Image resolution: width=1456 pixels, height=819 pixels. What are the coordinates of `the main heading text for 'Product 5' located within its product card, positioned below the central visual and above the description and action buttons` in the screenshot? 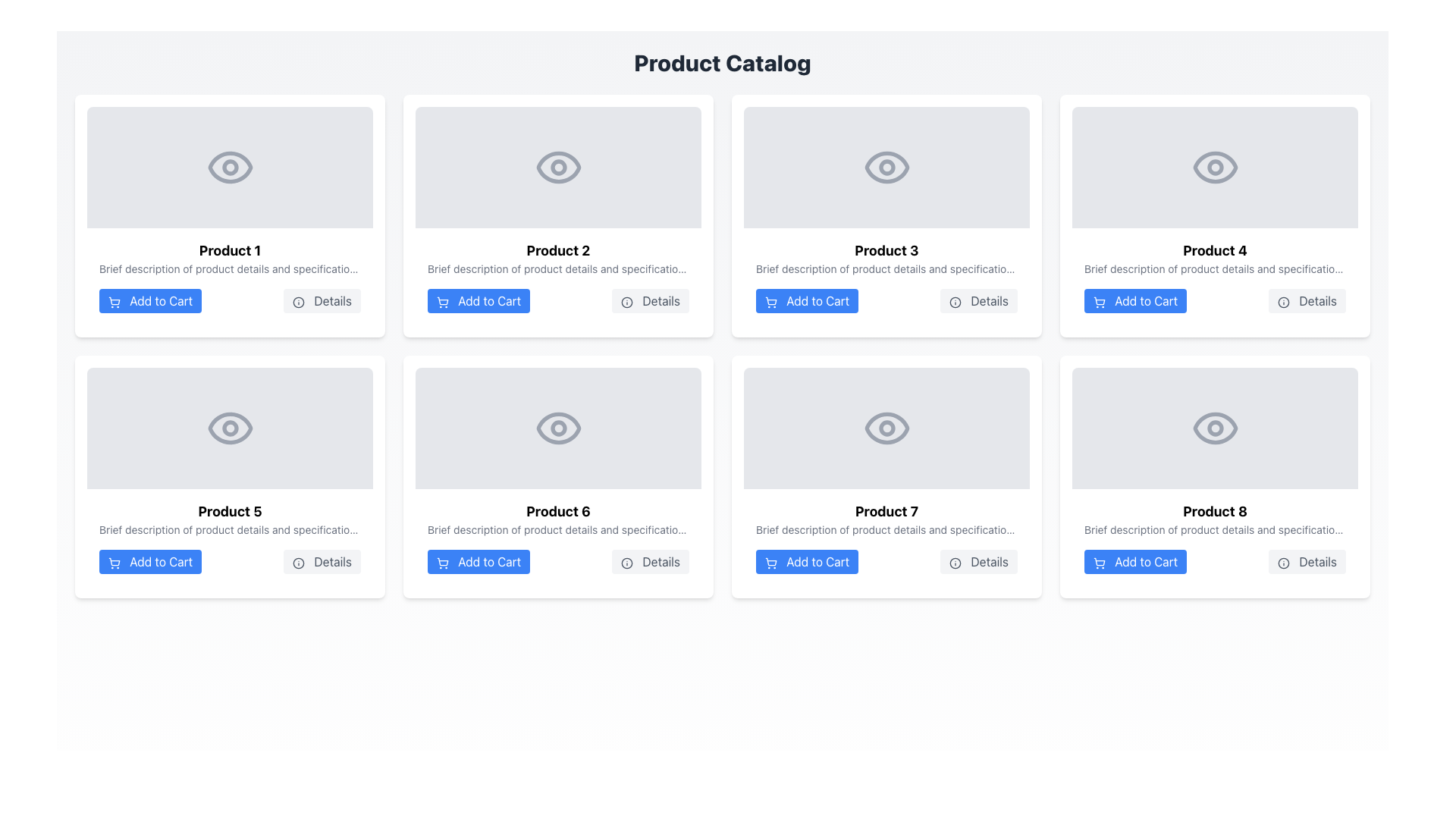 It's located at (229, 512).